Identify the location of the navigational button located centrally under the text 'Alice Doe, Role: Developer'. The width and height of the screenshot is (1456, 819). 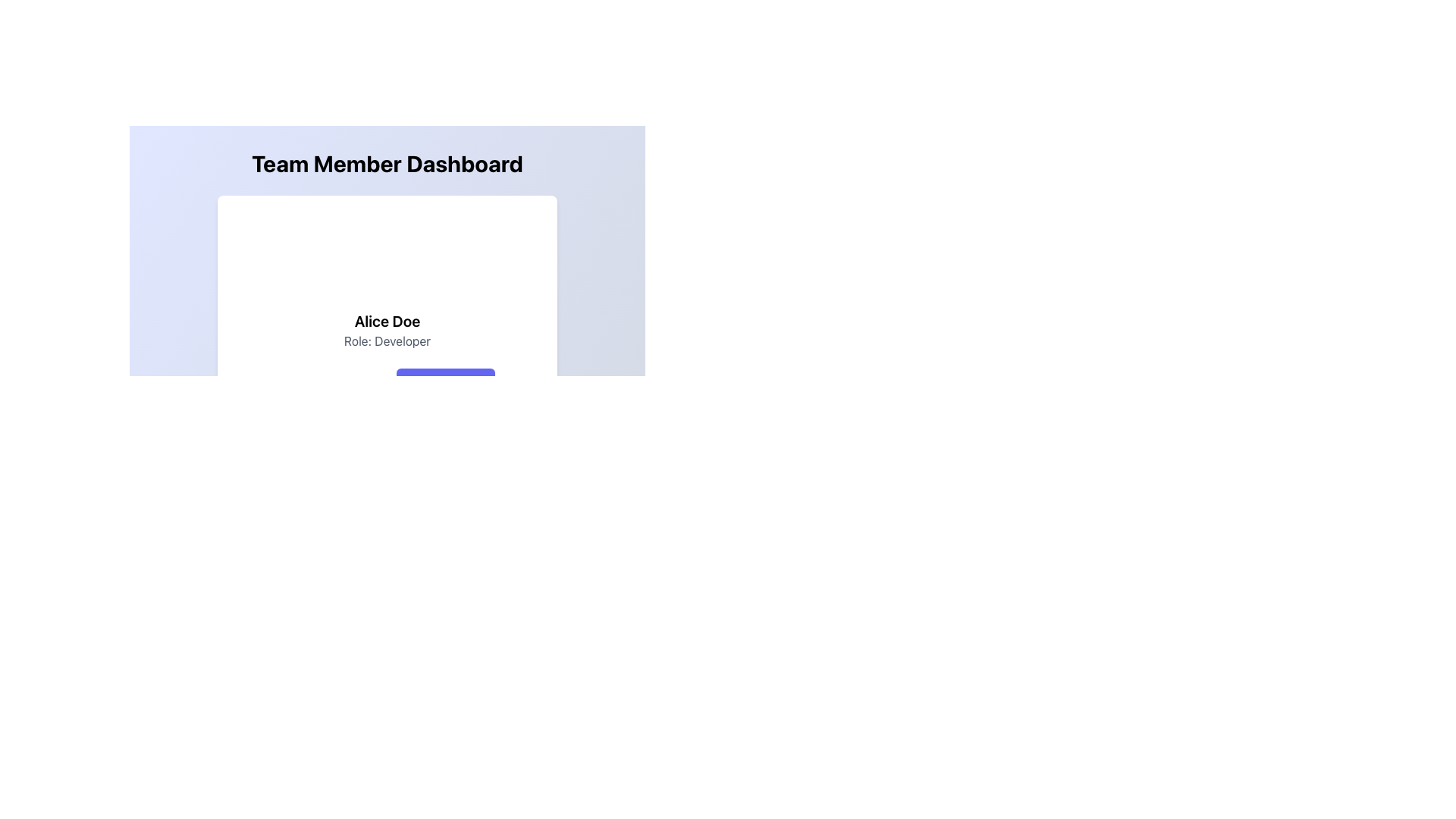
(444, 382).